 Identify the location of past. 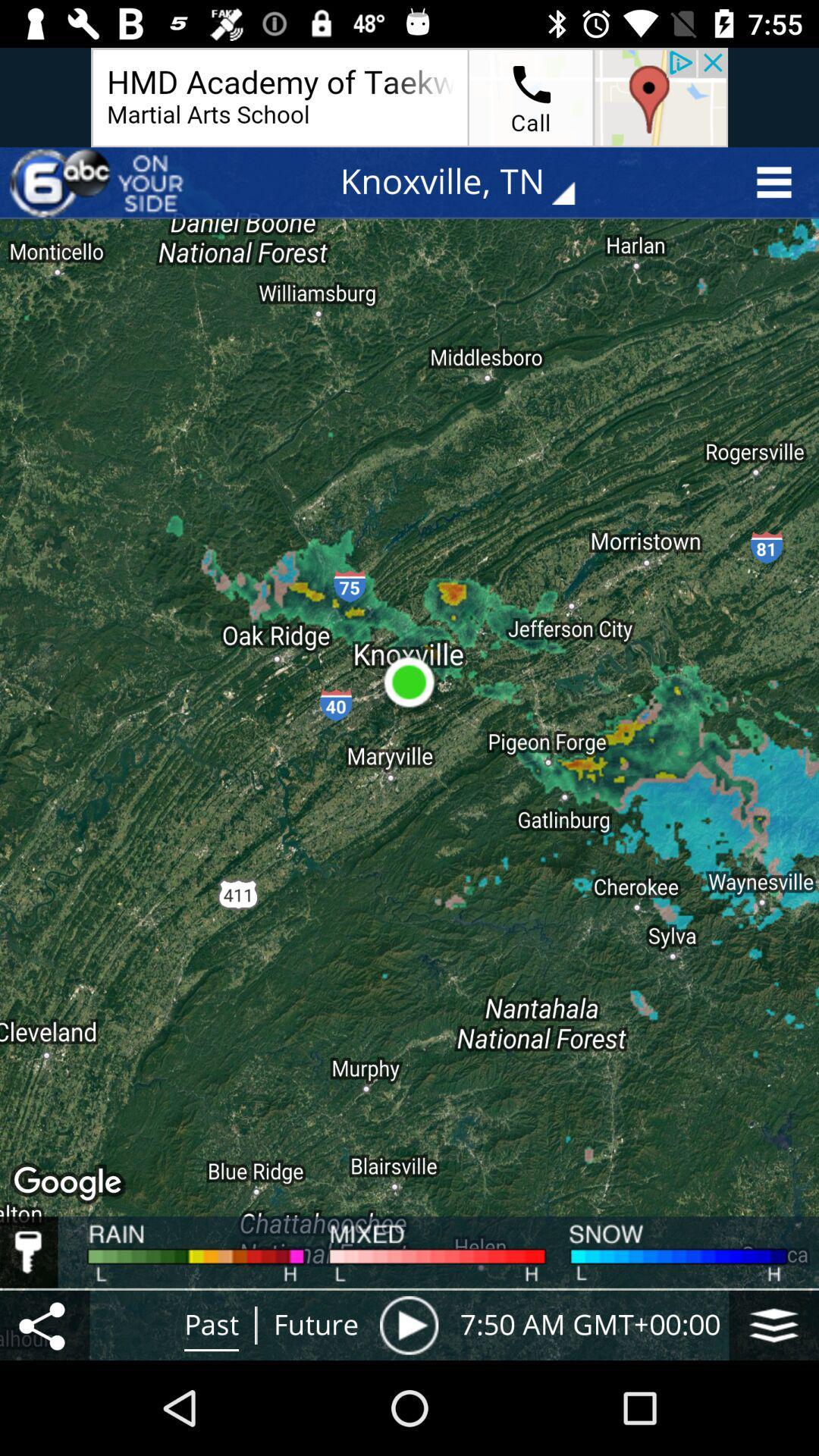
(211, 1324).